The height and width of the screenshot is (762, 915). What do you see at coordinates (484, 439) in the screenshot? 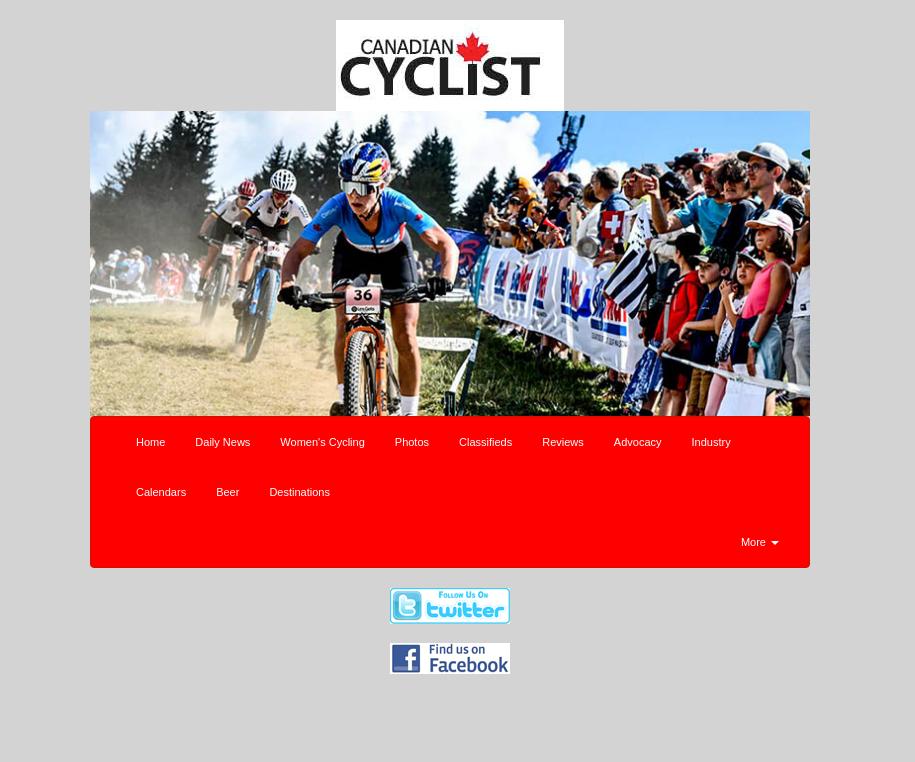
I see `'Classifieds'` at bounding box center [484, 439].